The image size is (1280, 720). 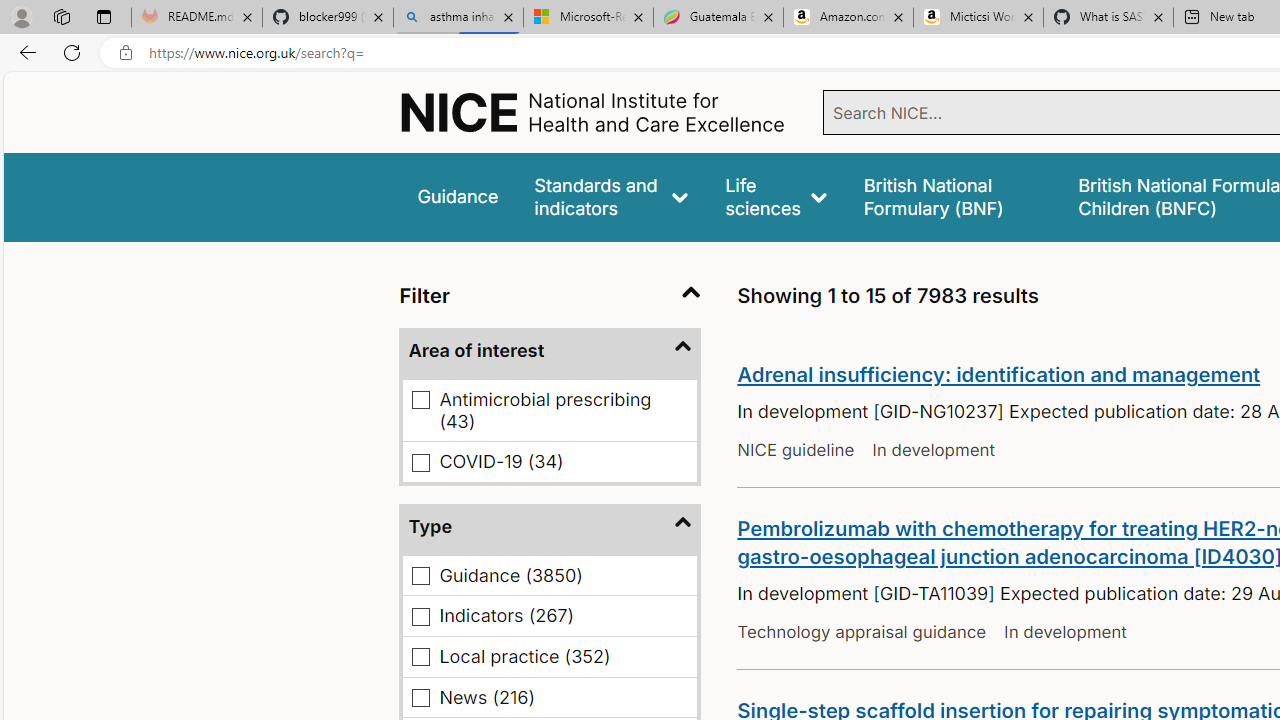 I want to click on 'Life sciences', so click(x=775, y=197).